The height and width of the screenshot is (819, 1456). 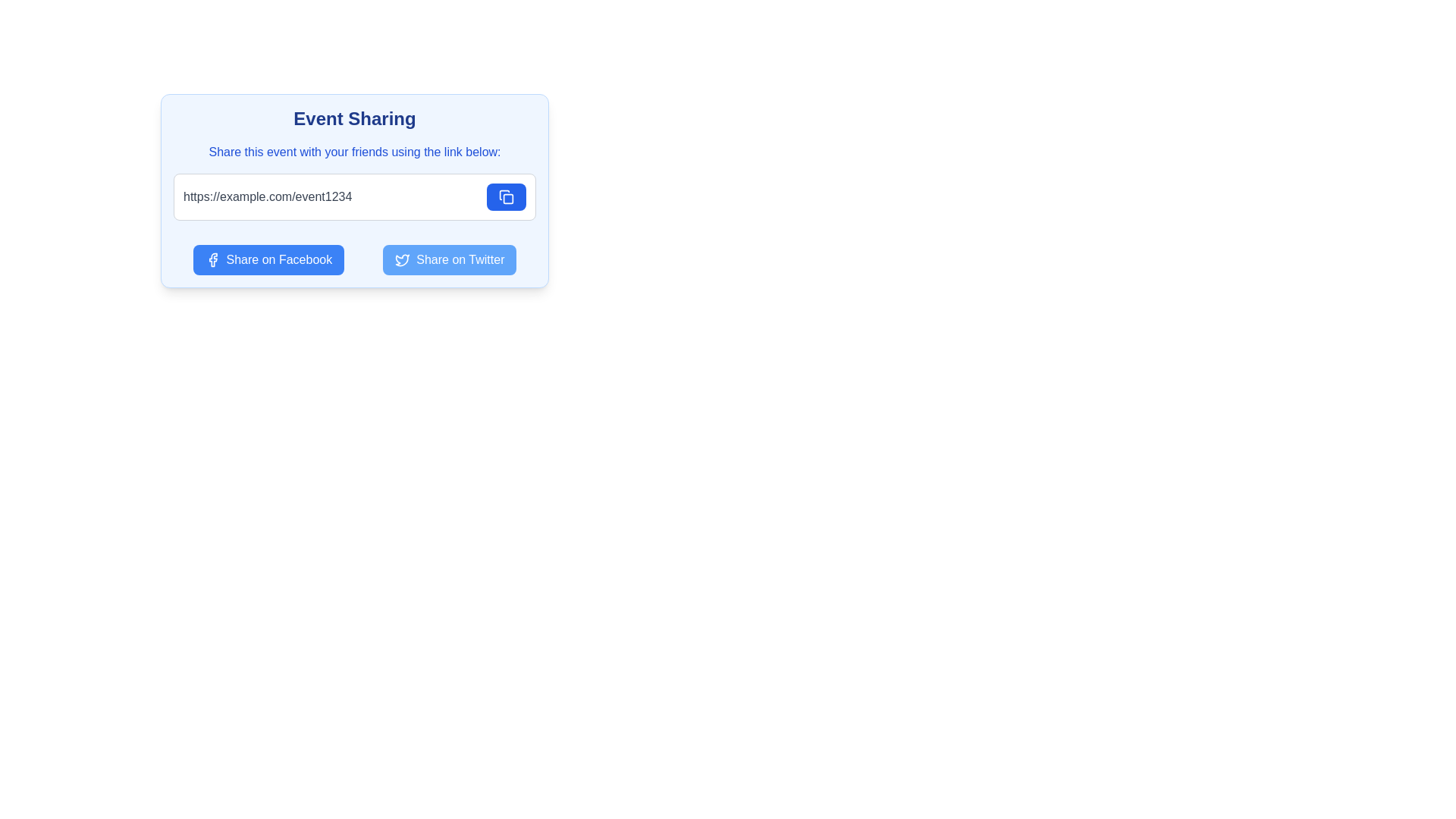 What do you see at coordinates (403, 259) in the screenshot?
I see `the Twitter sharing icon located within the 'Share on Twitter' button at the bottom-right section of the sharing interface` at bounding box center [403, 259].